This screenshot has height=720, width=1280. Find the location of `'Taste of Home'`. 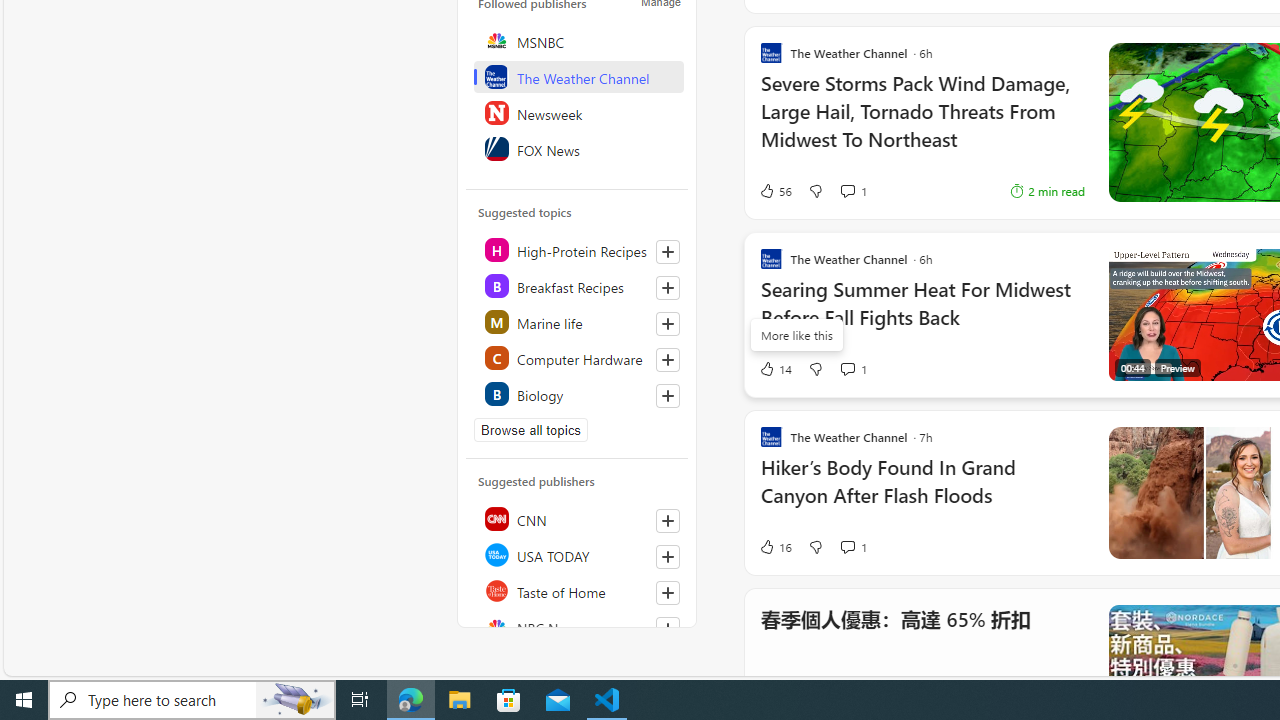

'Taste of Home' is located at coordinates (577, 590).